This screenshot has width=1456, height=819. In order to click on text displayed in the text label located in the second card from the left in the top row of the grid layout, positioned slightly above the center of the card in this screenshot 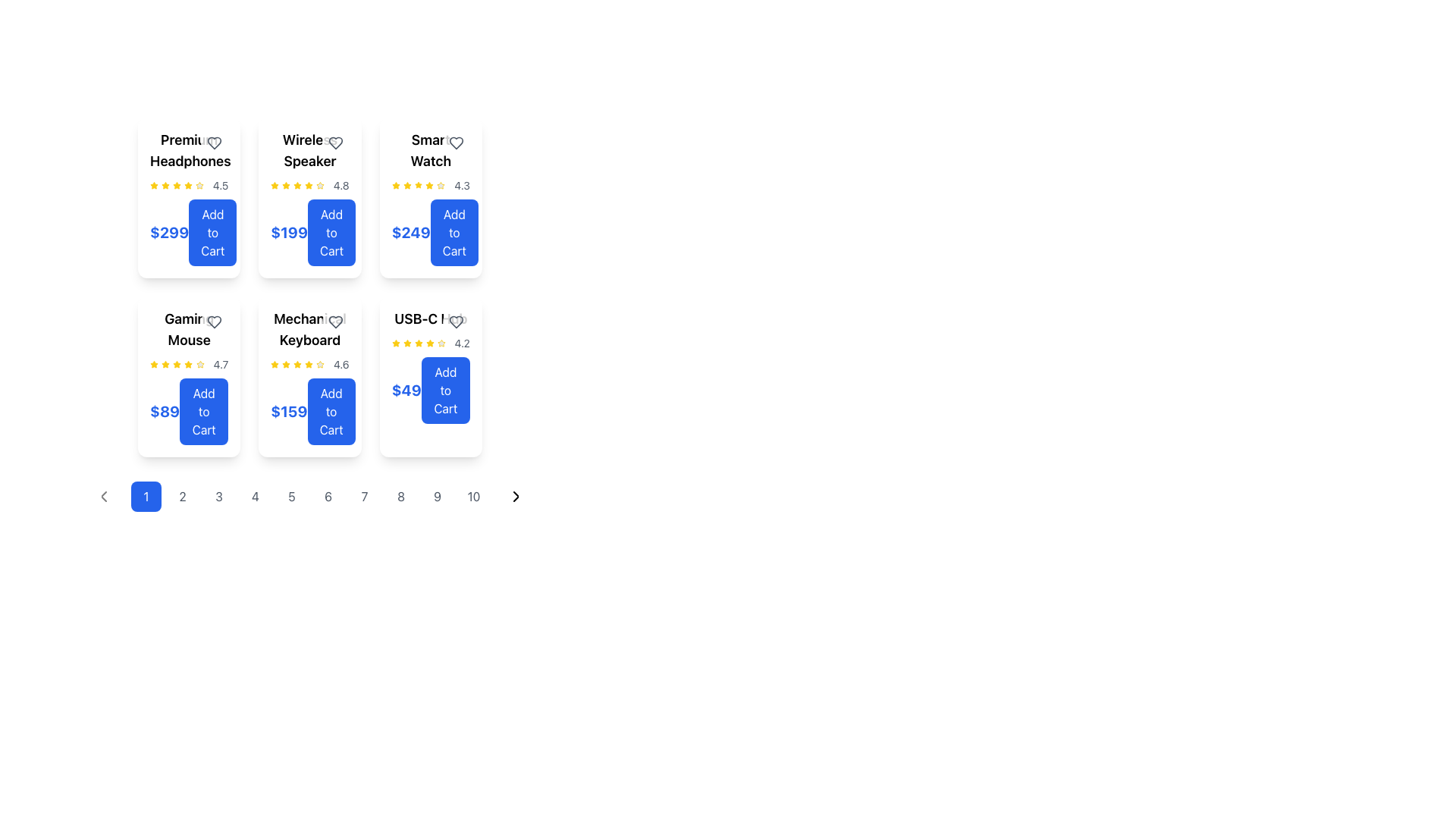, I will do `click(309, 151)`.